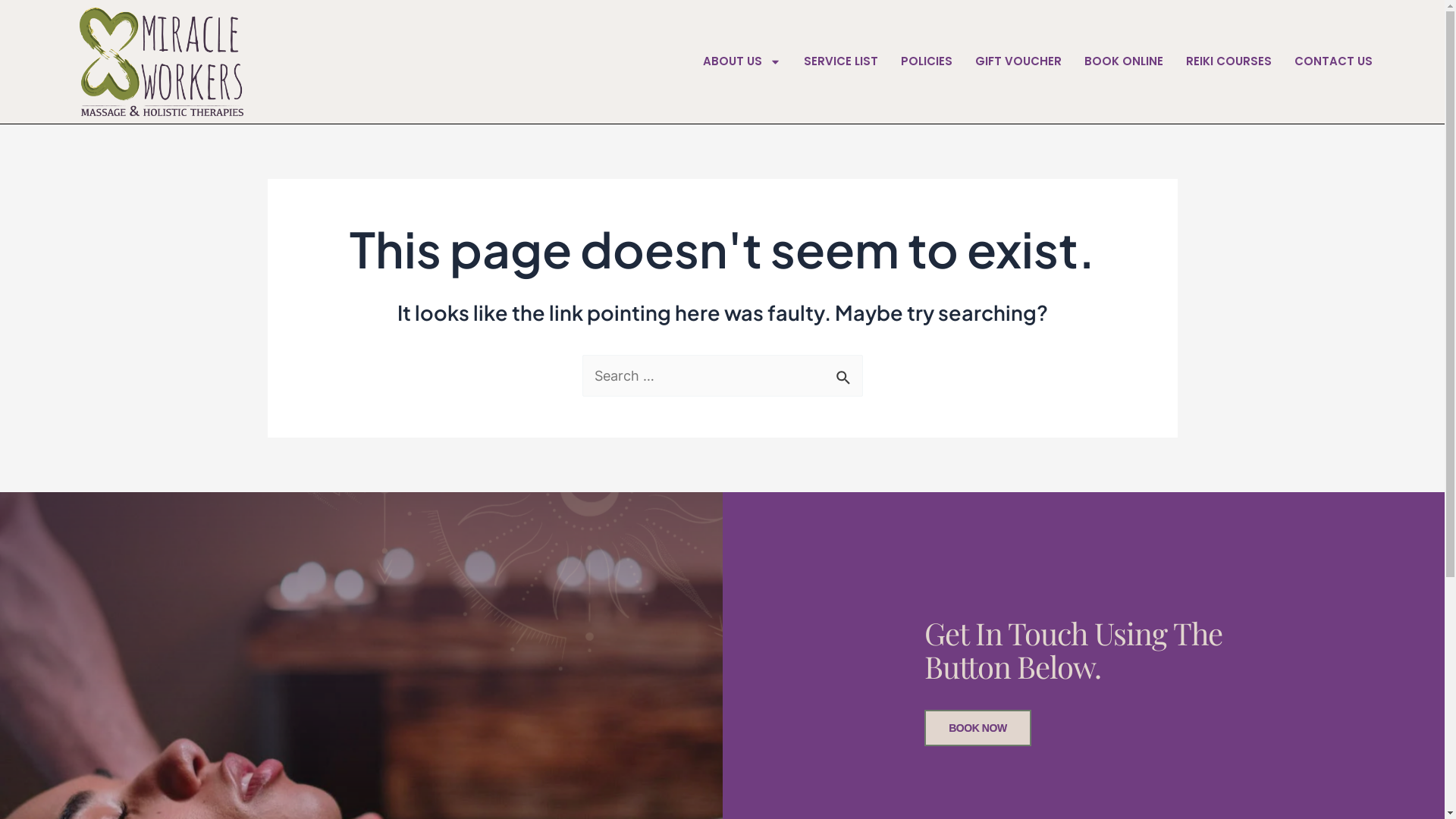  Describe the element at coordinates (844, 372) in the screenshot. I see `'Search'` at that location.